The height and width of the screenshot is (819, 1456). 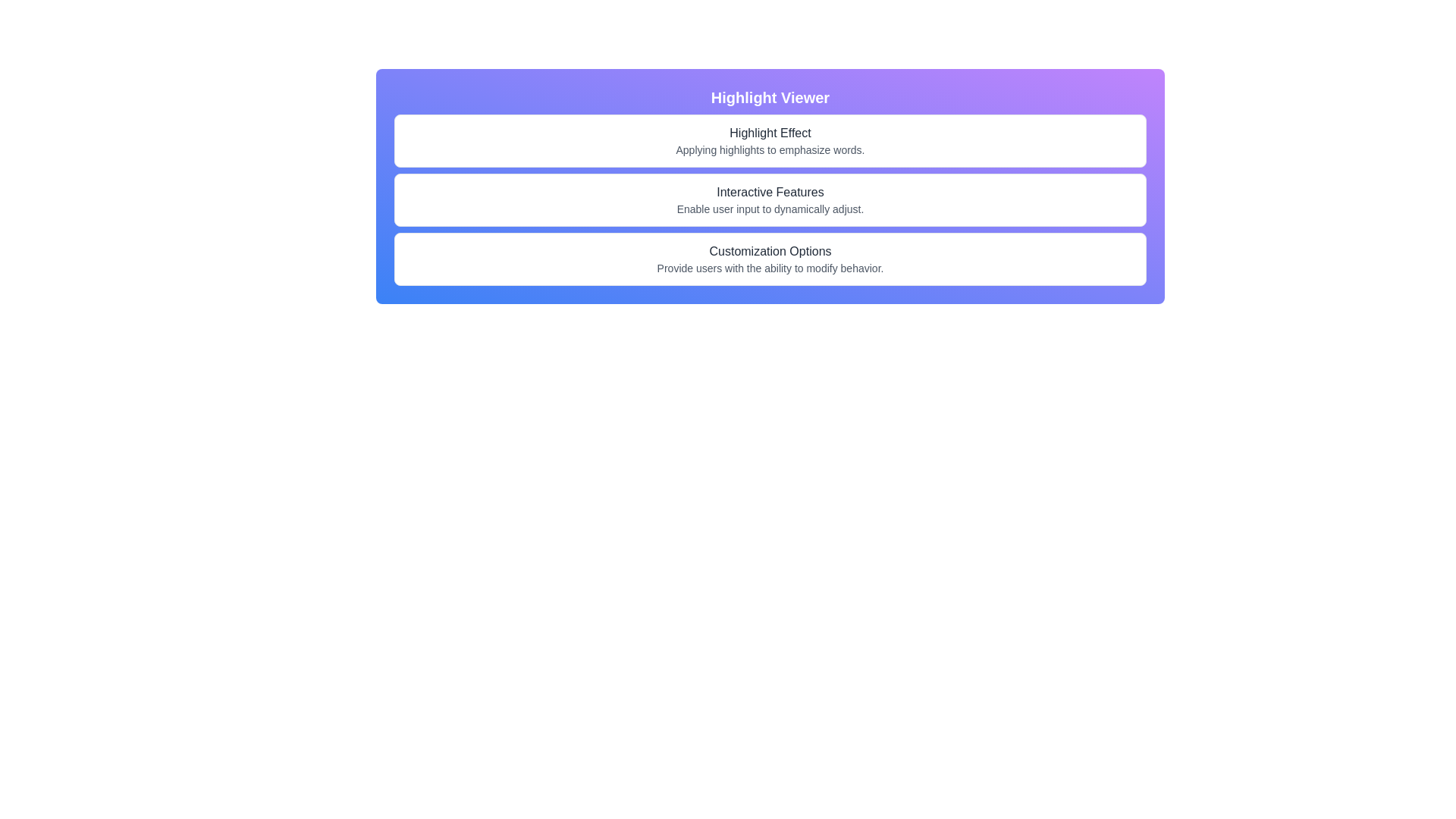 I want to click on the text element representing the letter 's' in 'Customization Options', which is located in the third row of a list of options, so click(x=827, y=250).